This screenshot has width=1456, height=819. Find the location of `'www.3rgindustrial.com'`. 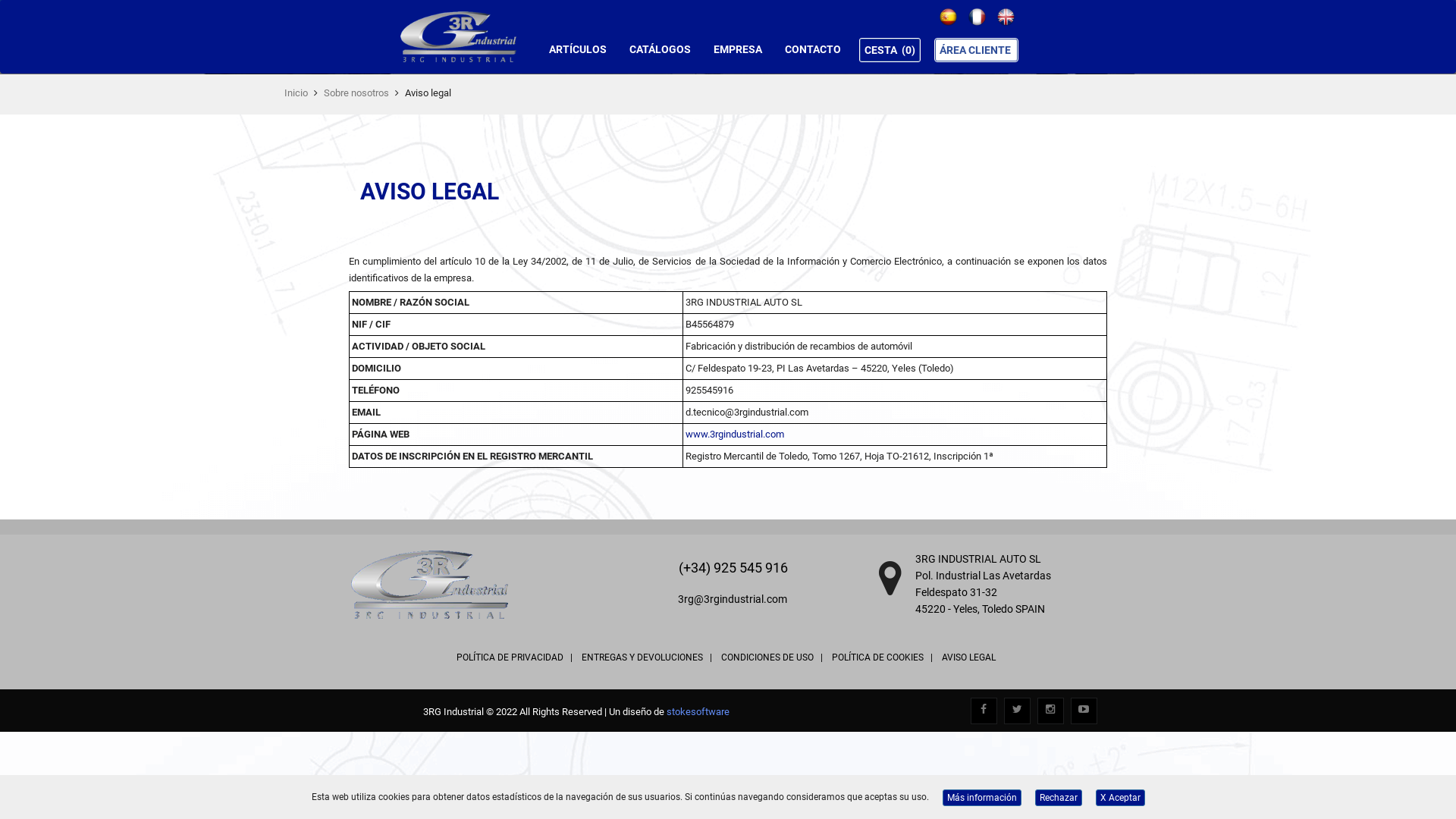

'www.3rgindustrial.com' is located at coordinates (735, 434).